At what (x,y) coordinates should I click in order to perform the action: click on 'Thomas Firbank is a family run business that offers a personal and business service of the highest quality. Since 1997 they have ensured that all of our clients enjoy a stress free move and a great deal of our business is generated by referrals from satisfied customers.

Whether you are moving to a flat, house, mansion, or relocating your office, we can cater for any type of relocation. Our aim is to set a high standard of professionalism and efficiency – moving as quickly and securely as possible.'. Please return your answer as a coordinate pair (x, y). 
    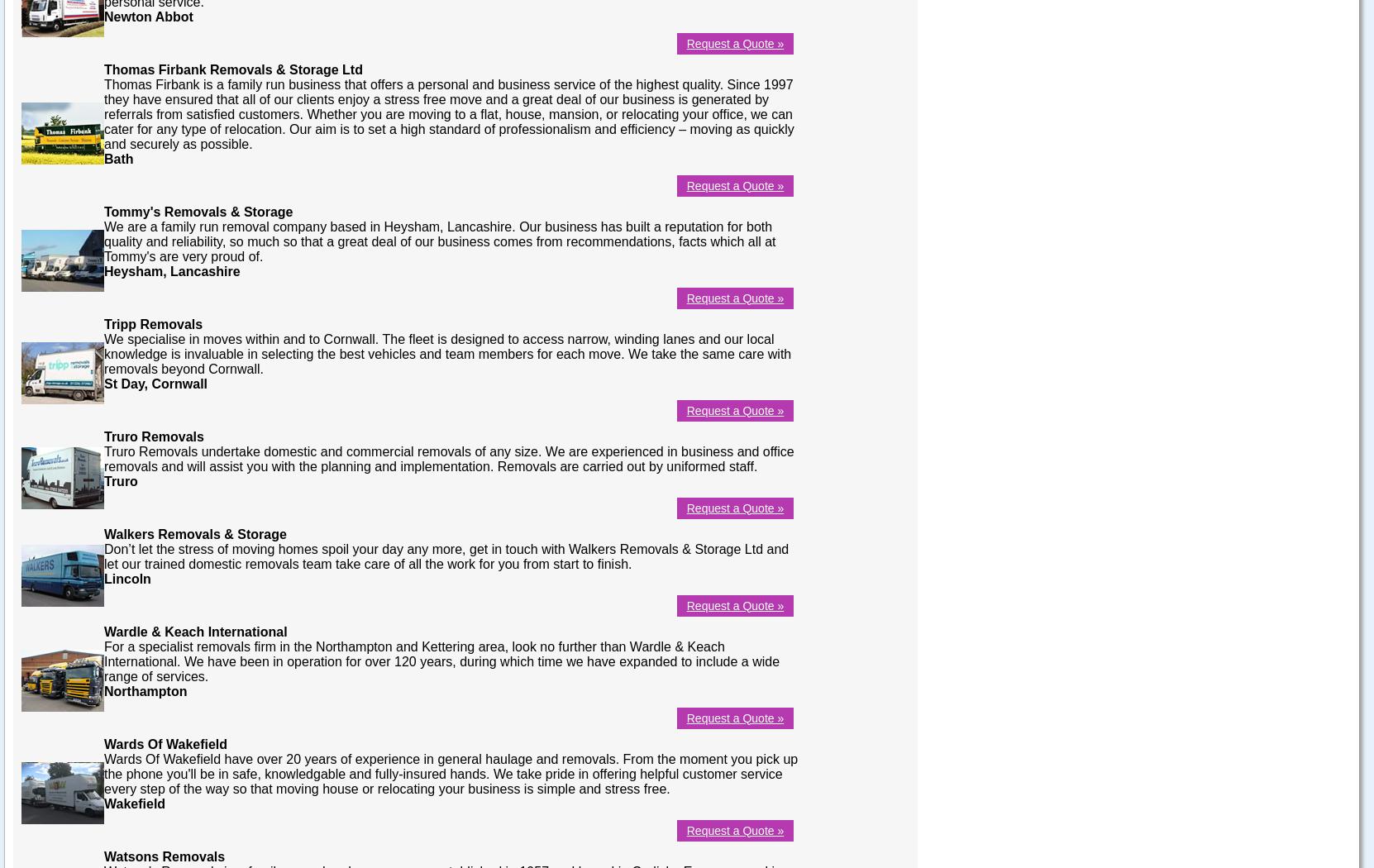
    Looking at the image, I should click on (447, 112).